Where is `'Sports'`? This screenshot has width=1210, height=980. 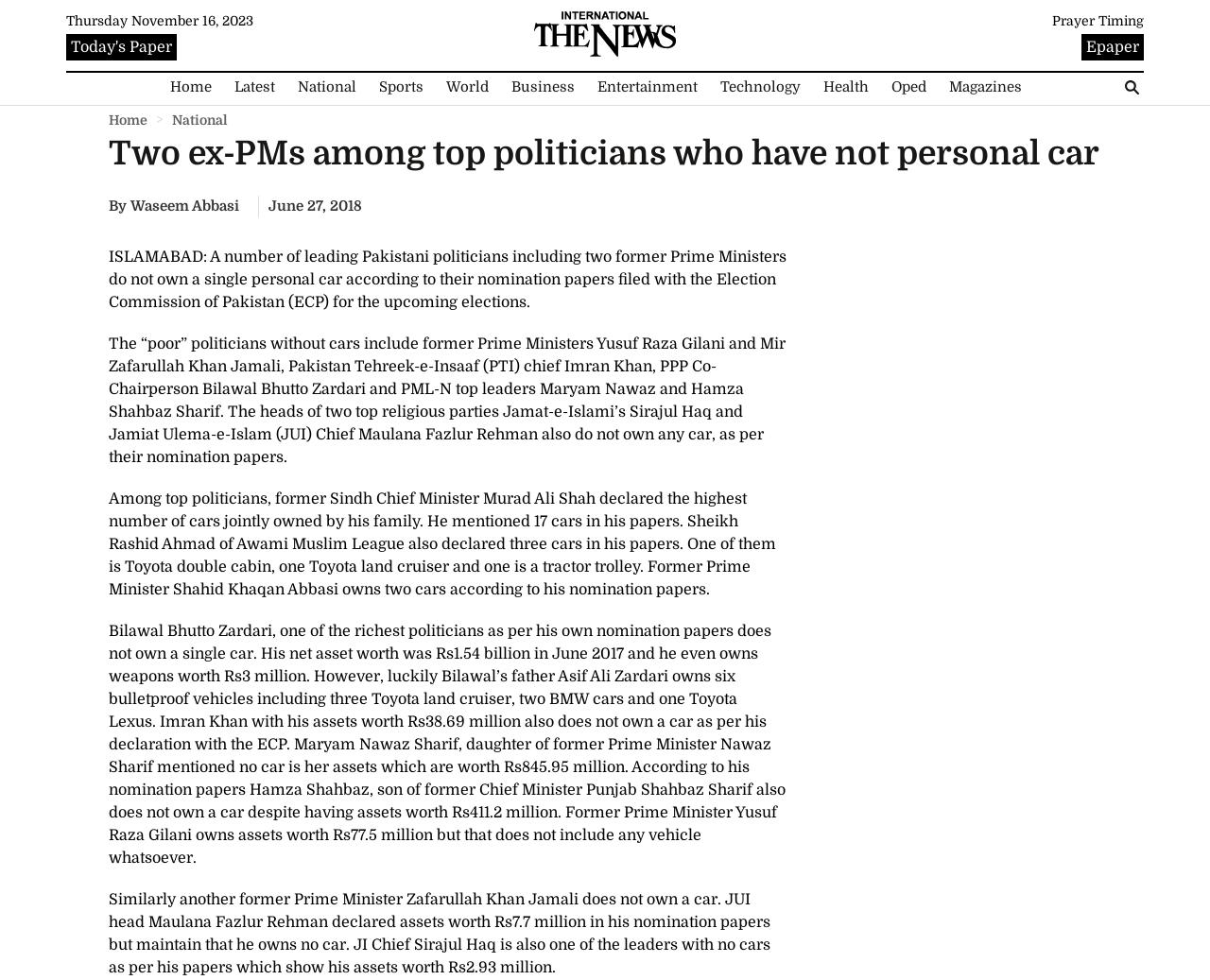 'Sports' is located at coordinates (399, 85).